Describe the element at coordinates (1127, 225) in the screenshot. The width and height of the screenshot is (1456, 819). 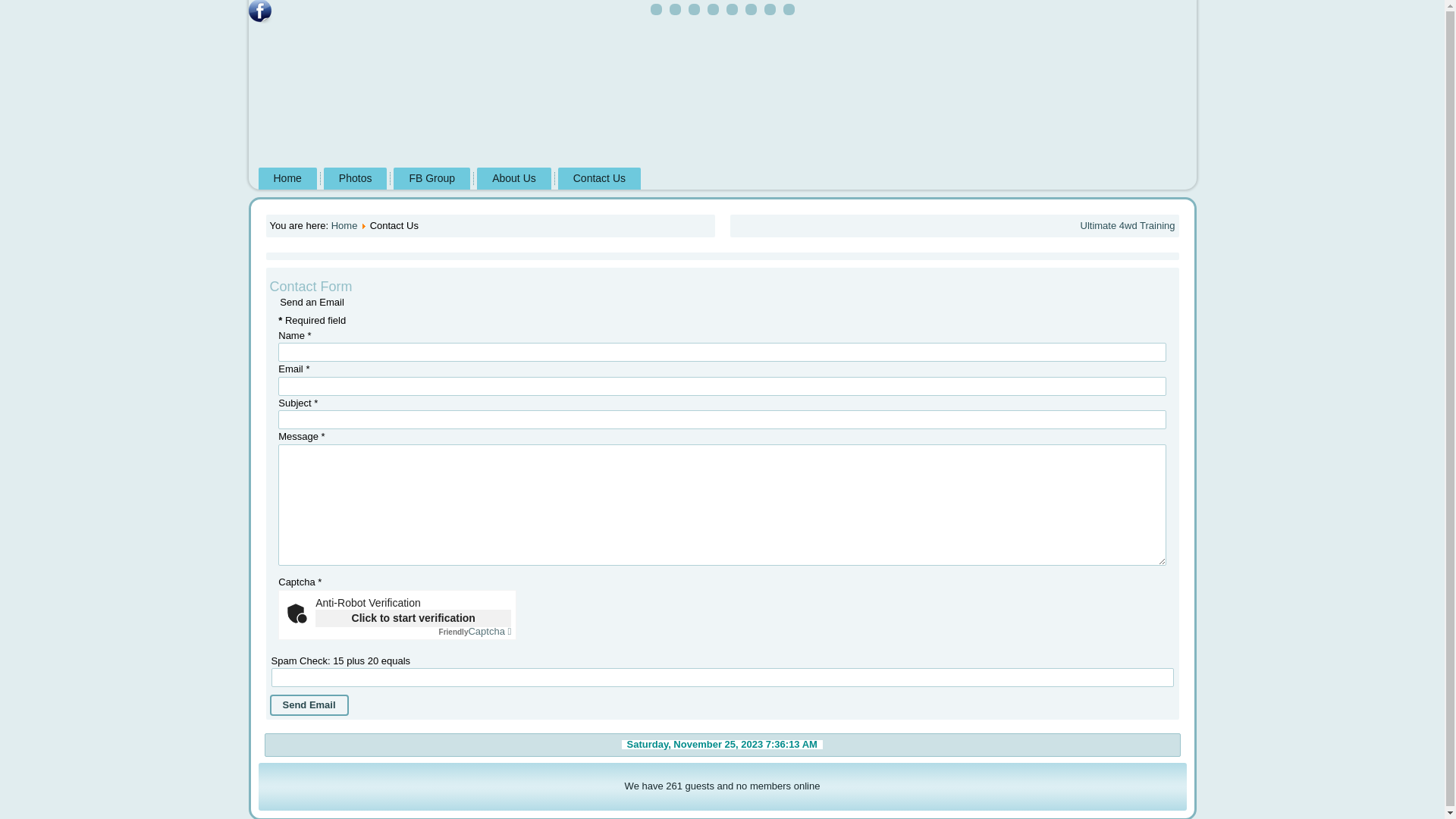
I see `'Ultimate 4wd Training'` at that location.